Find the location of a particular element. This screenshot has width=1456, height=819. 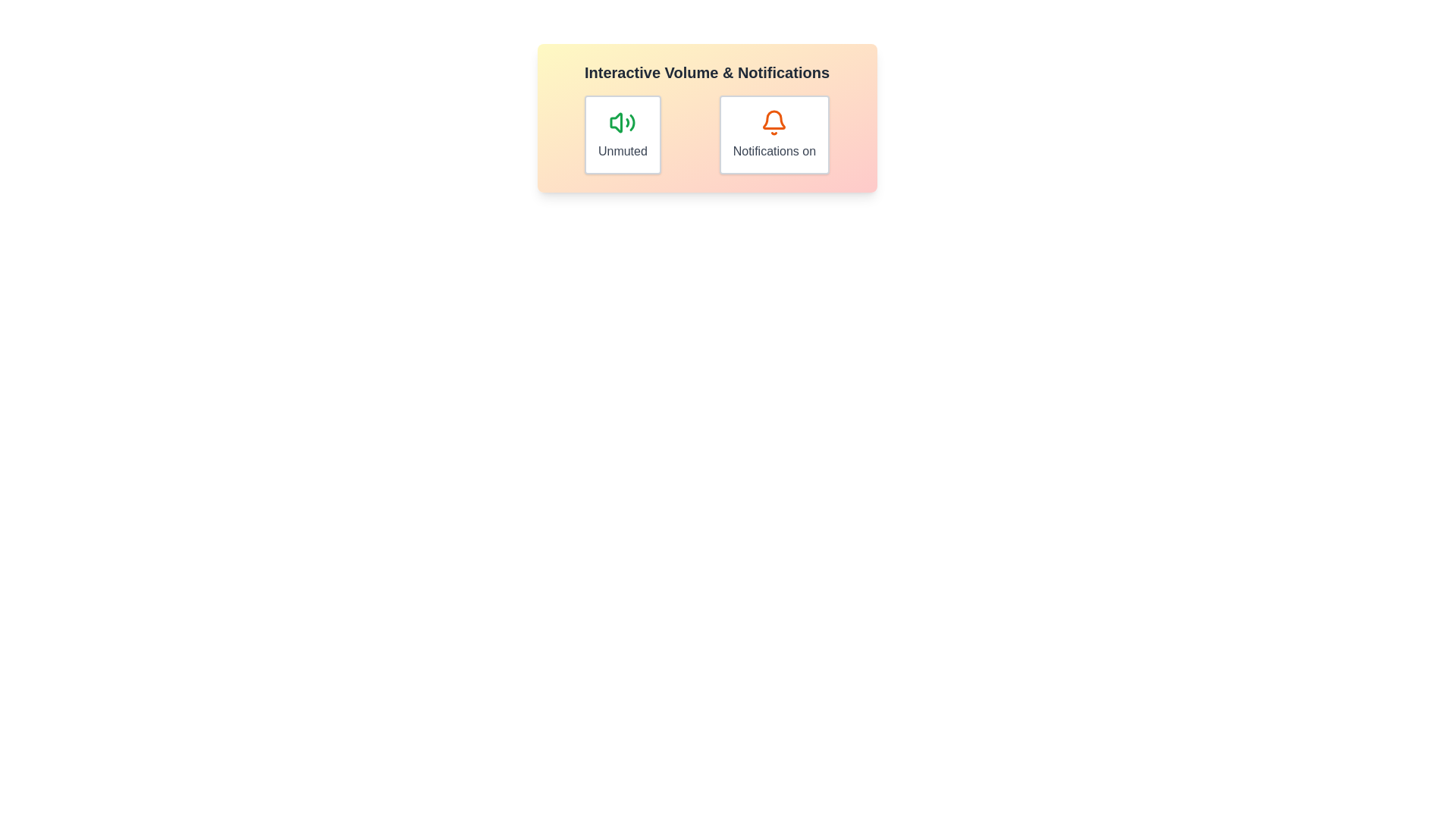

the 'Unmuted' button to toggle the mute status is located at coordinates (623, 133).